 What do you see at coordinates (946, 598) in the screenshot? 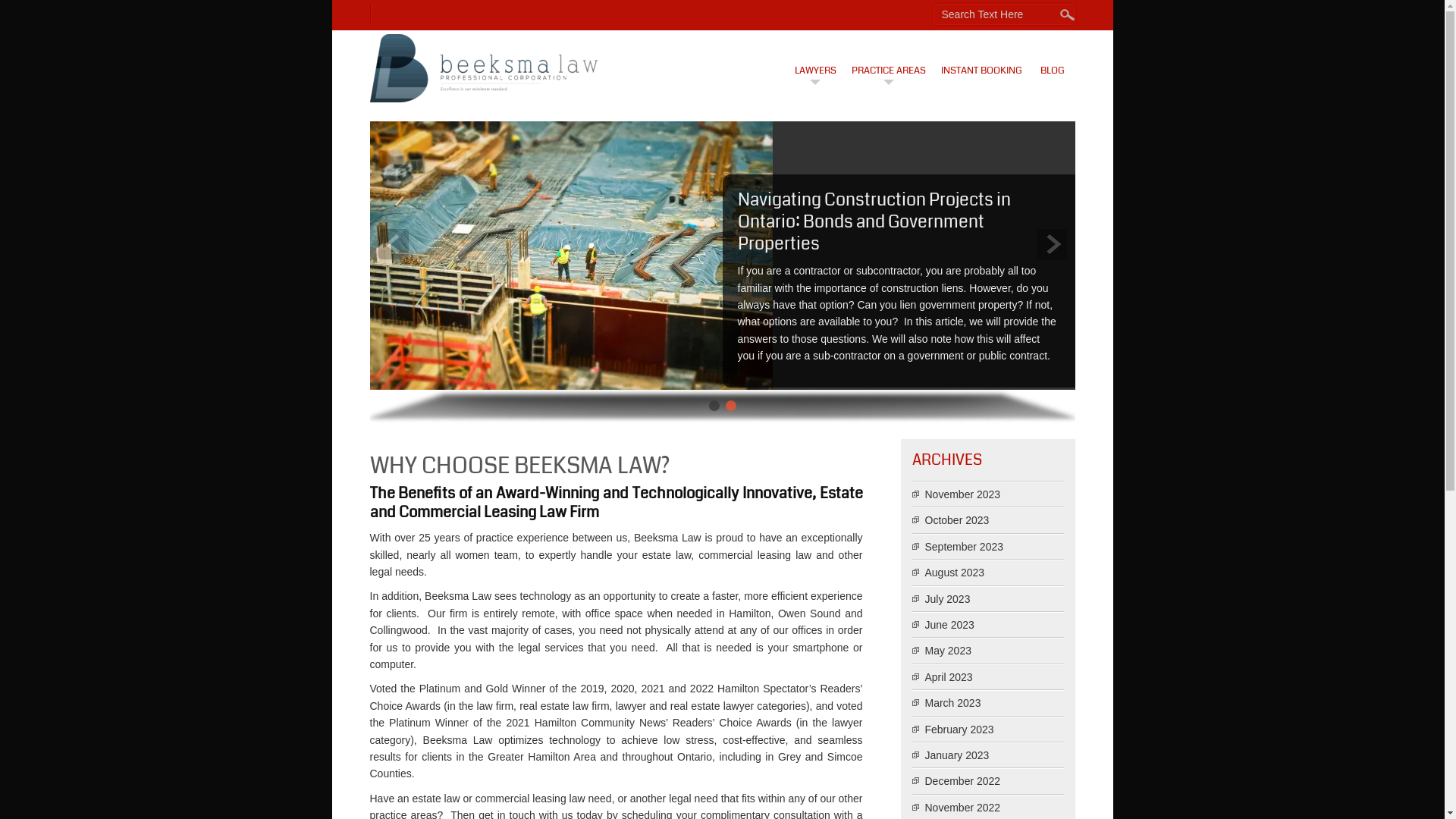
I see `'July 2023'` at bounding box center [946, 598].